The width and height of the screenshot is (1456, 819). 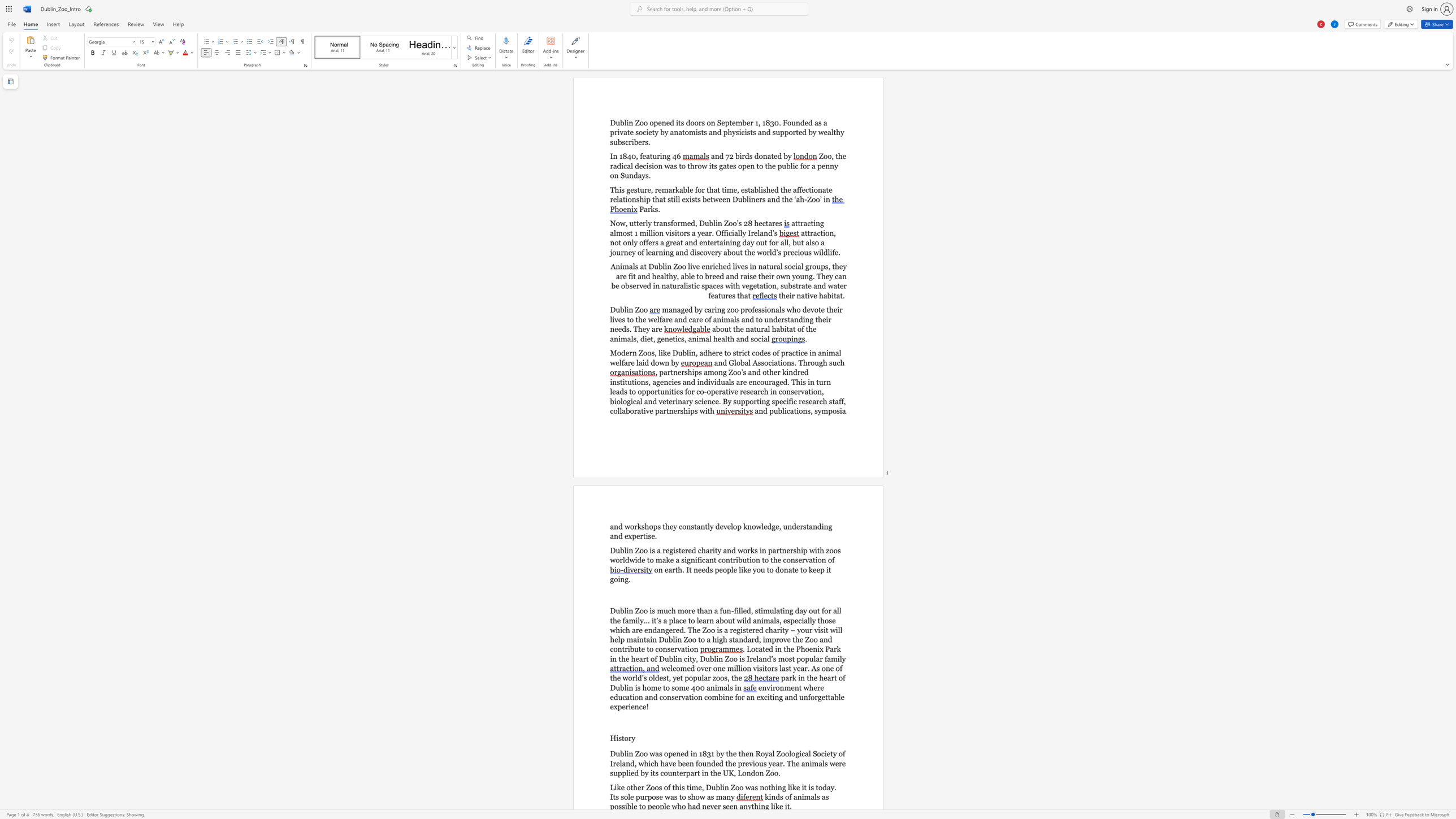 What do you see at coordinates (713, 338) in the screenshot?
I see `the subset text "hea" within the text ", genetics, animal health and social"` at bounding box center [713, 338].